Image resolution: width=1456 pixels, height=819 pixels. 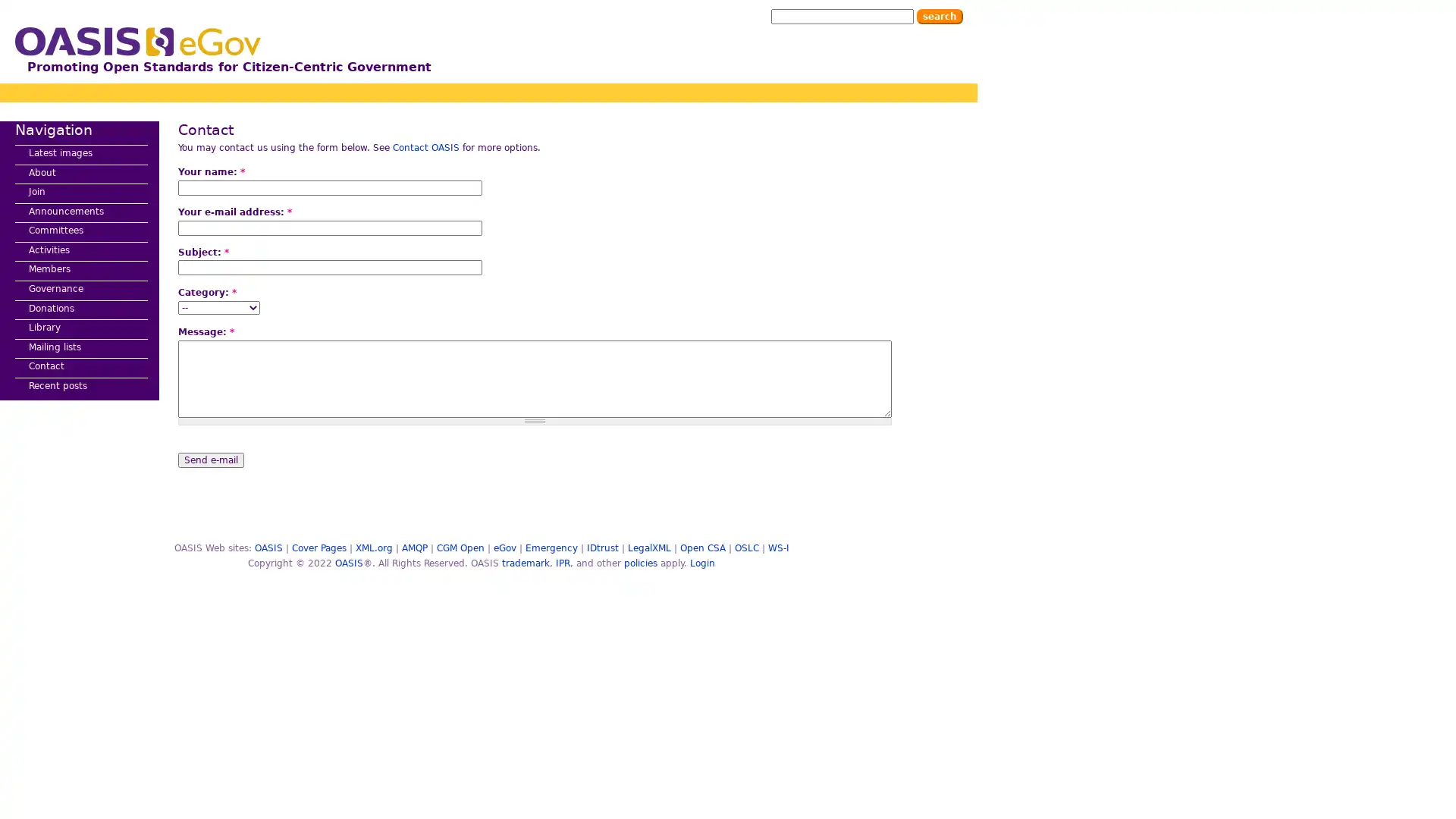 I want to click on Send e-mail, so click(x=210, y=458).